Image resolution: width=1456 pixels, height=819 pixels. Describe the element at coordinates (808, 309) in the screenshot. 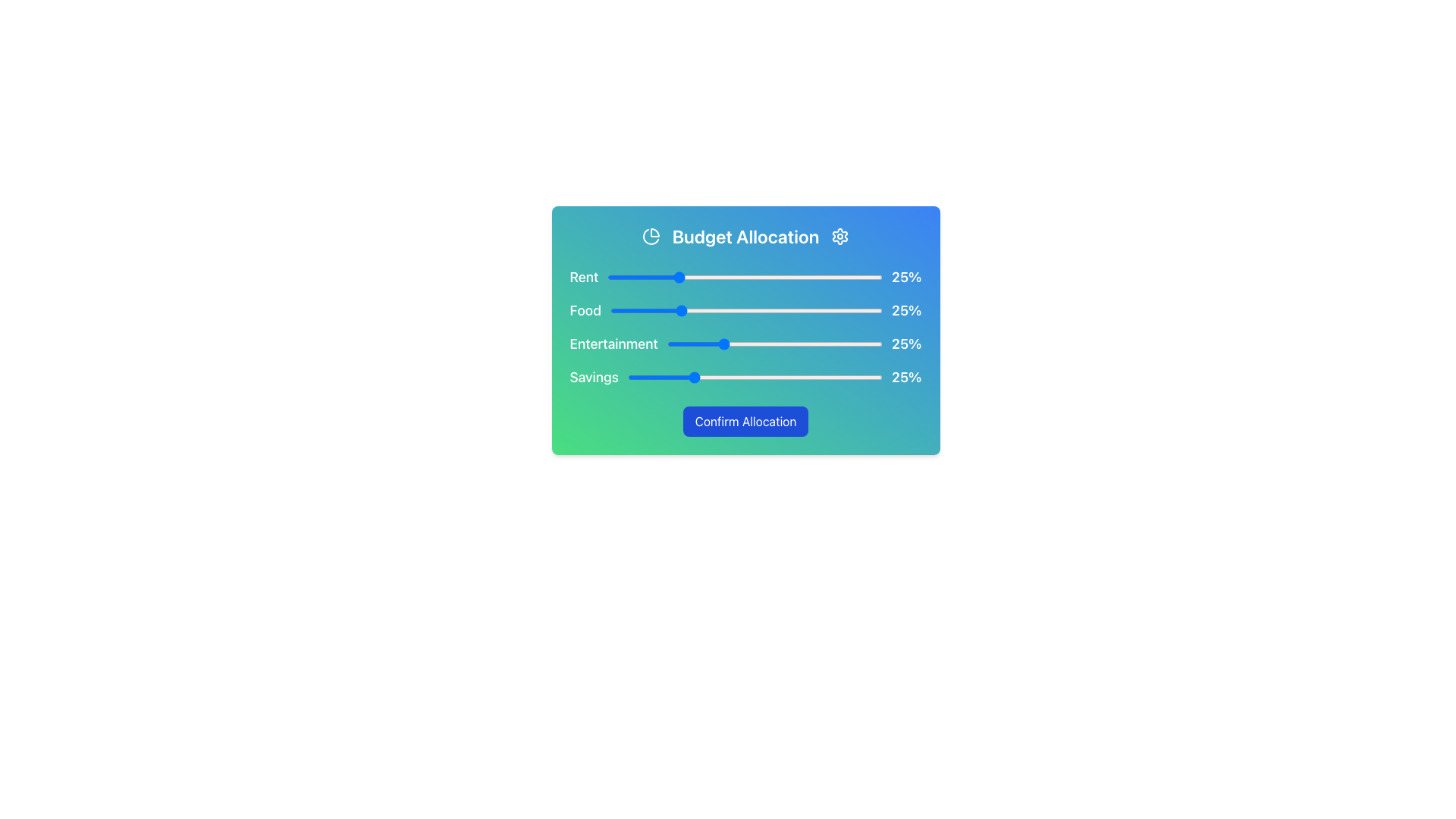

I see `the Food allocation slider` at that location.